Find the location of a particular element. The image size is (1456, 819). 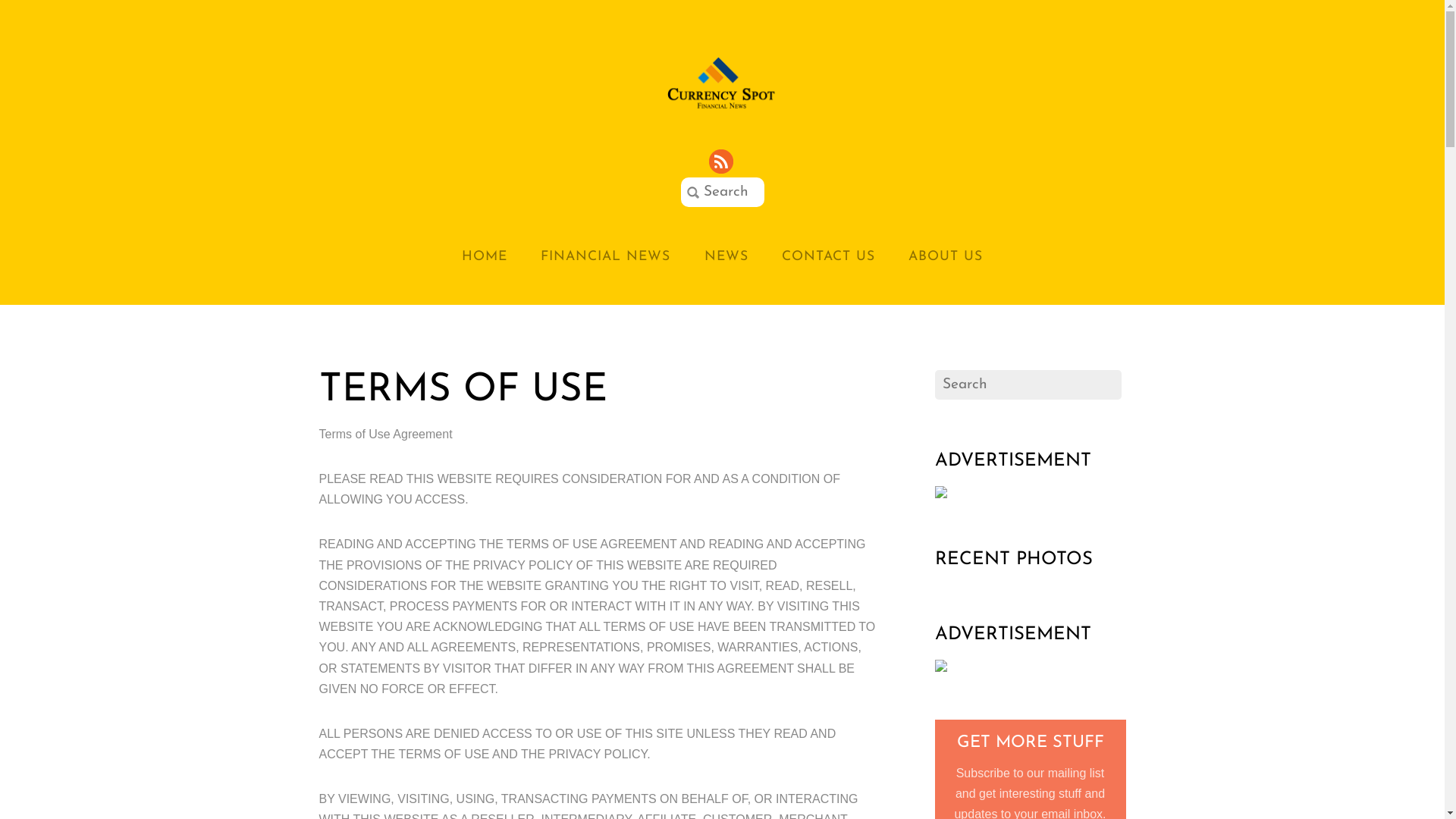

'NEWS' is located at coordinates (724, 255).